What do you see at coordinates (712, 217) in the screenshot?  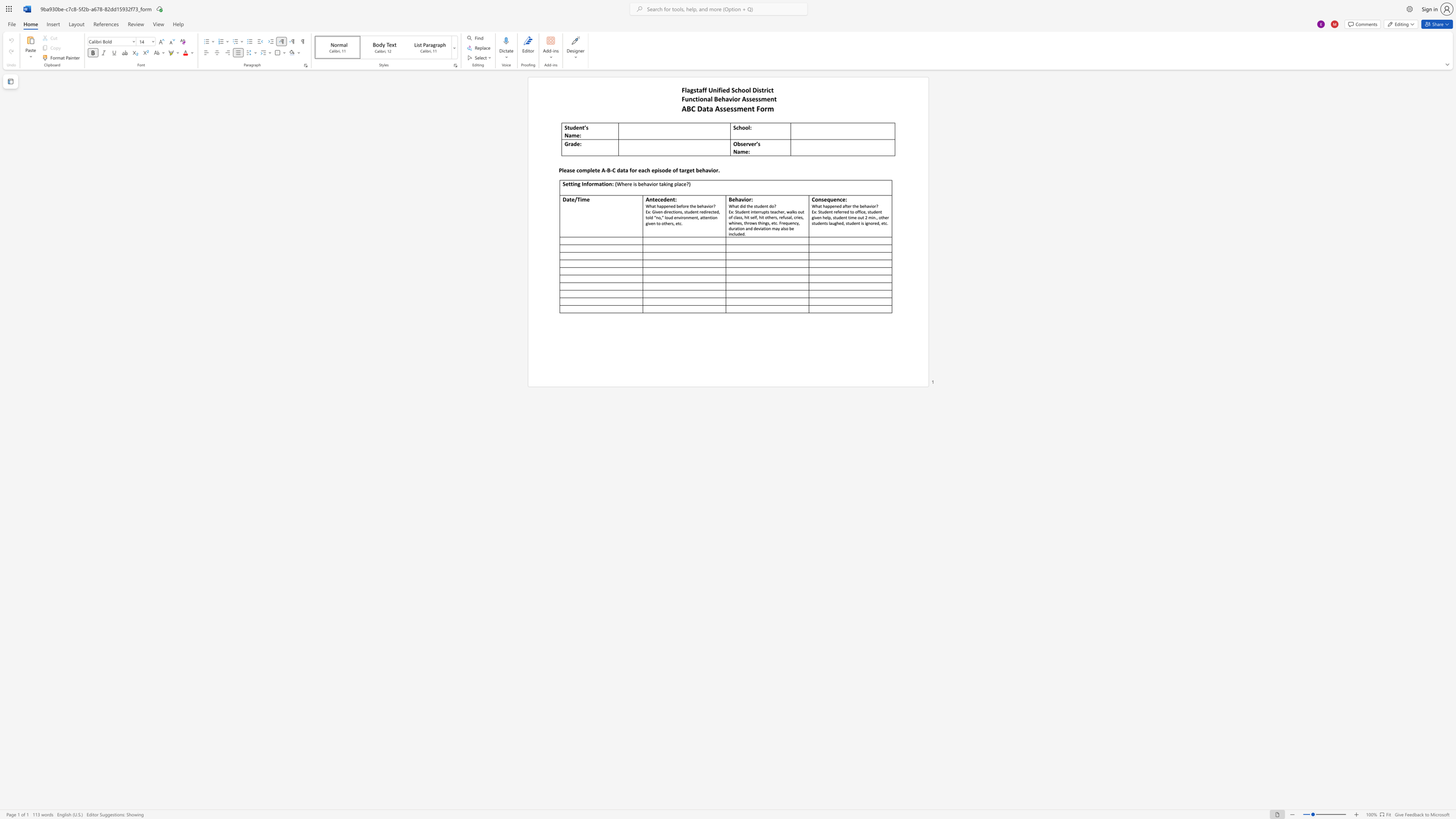 I see `the subset text "on given to othe" within the text "loud environment, attention given to others, etc."` at bounding box center [712, 217].